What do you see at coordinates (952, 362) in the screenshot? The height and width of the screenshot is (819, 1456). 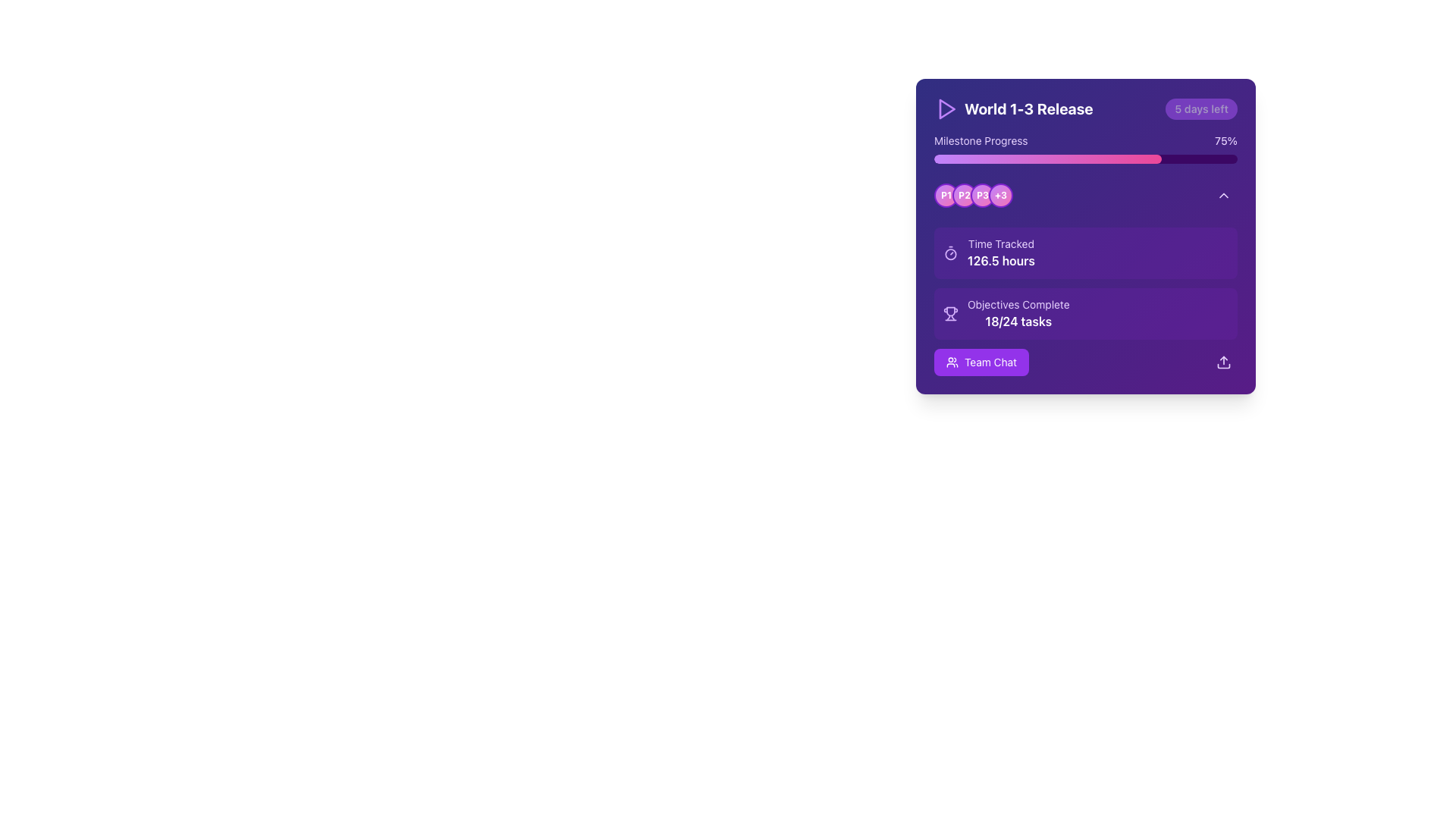 I see `the small icon styled as an outline representation of multiple users, located on the left side of the 'Team Chat' button, which is situated at the bottom of a purple card` at bounding box center [952, 362].